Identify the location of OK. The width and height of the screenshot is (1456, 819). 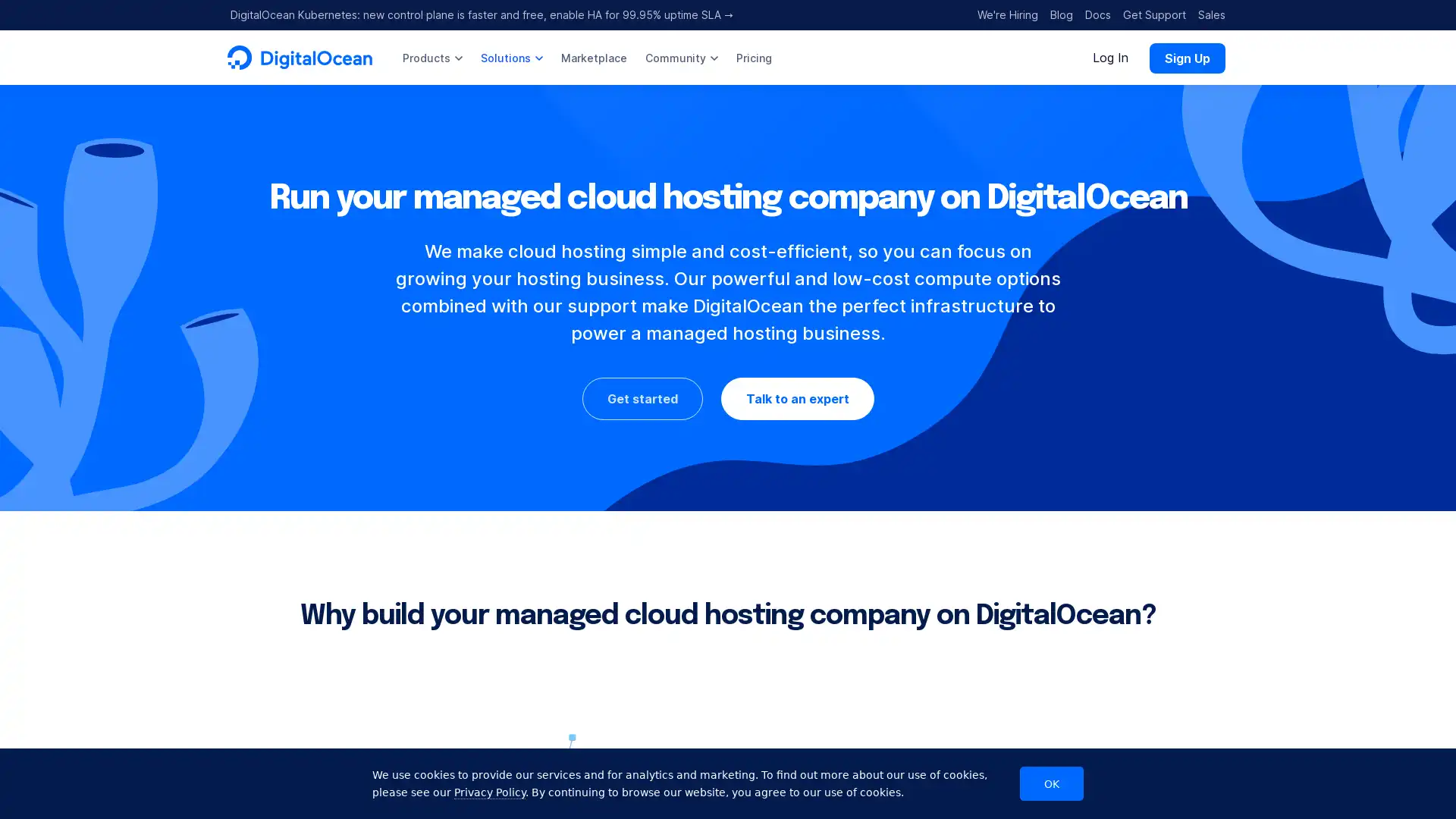
(1051, 783).